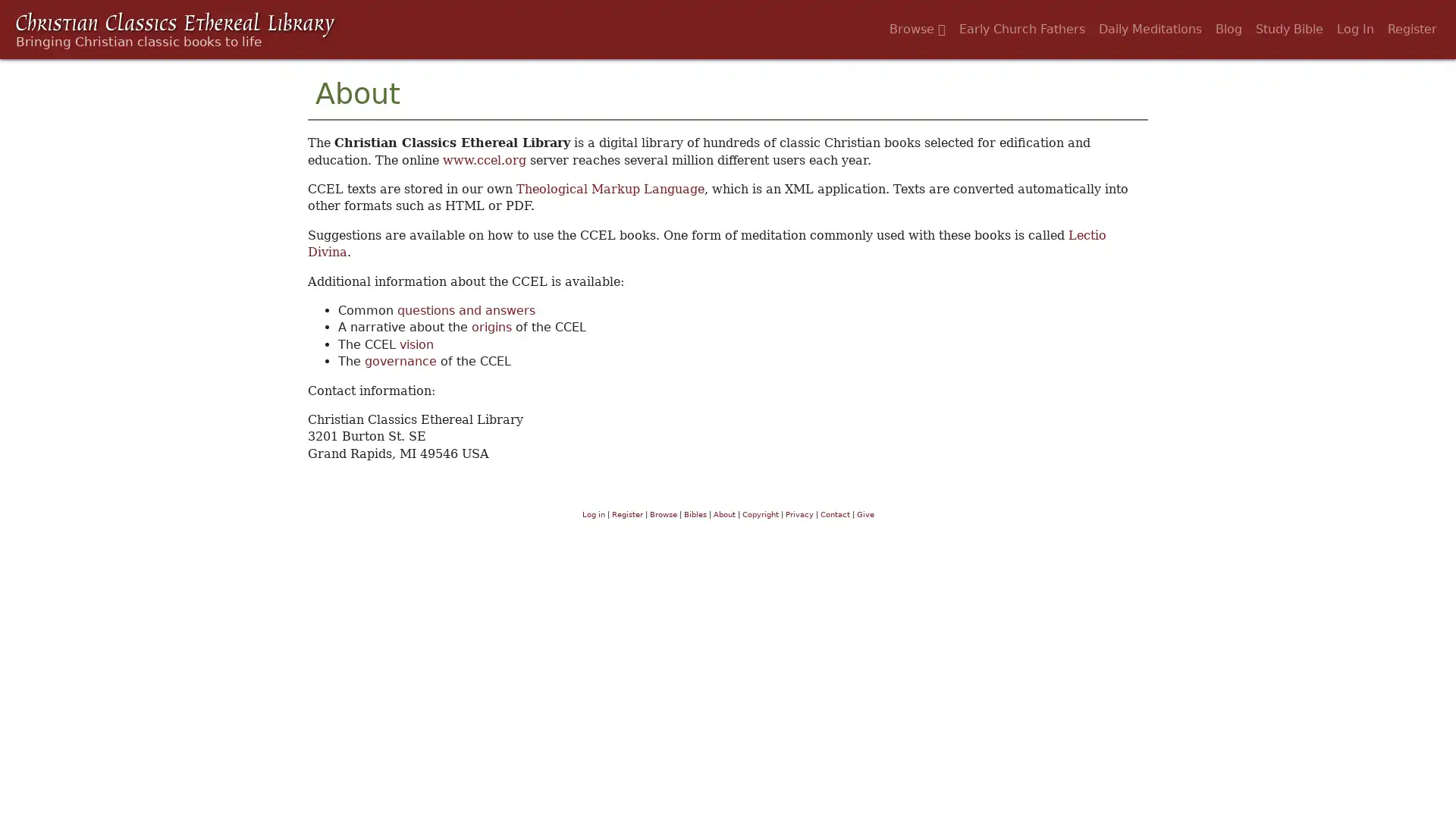  What do you see at coordinates (1411, 29) in the screenshot?
I see `Register` at bounding box center [1411, 29].